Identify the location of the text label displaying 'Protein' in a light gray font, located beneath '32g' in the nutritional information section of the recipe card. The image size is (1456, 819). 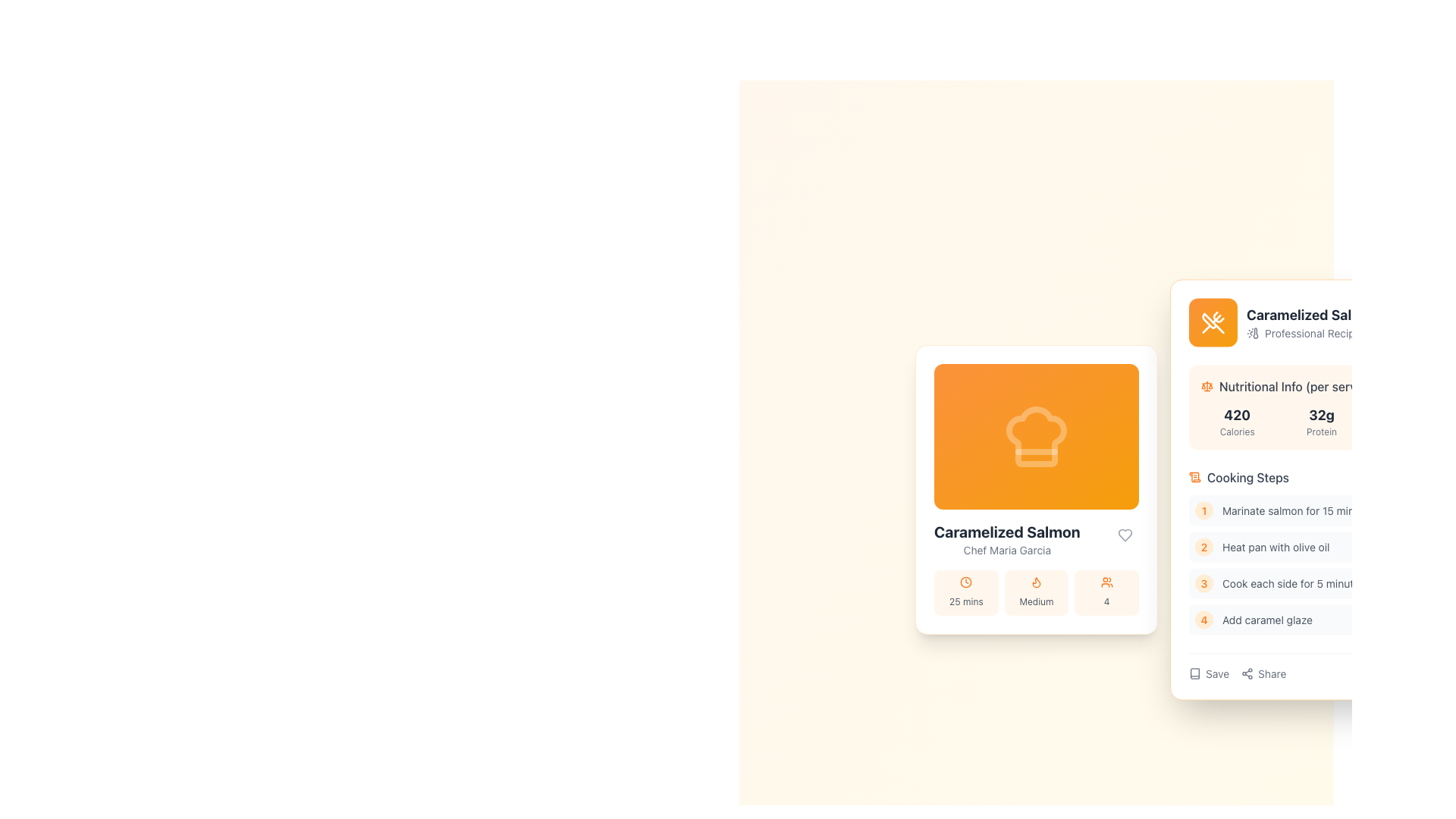
(1320, 431).